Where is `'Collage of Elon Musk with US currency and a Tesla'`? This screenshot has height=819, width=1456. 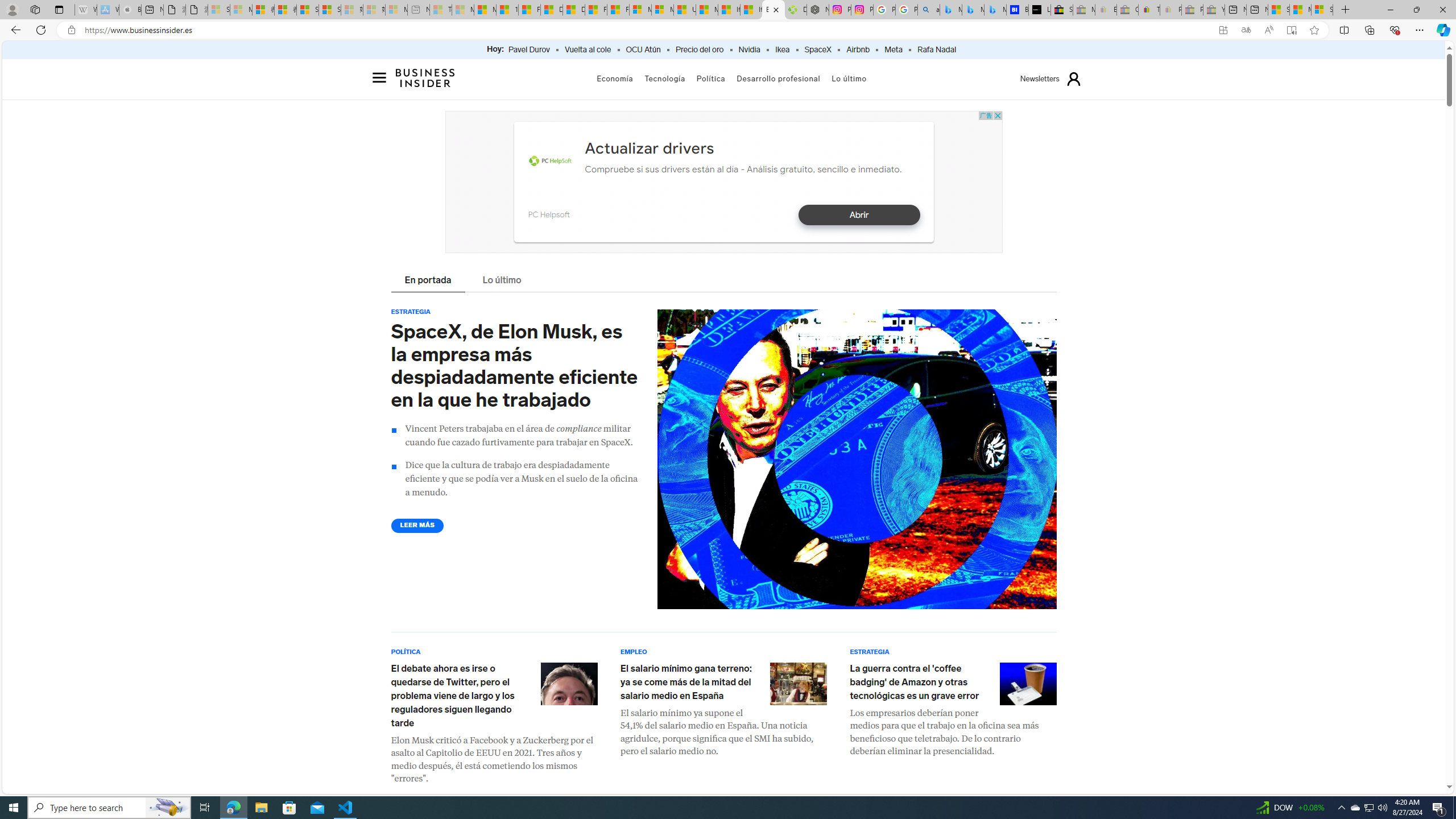
'Collage of Elon Musk with US currency and a Tesla' is located at coordinates (856, 459).